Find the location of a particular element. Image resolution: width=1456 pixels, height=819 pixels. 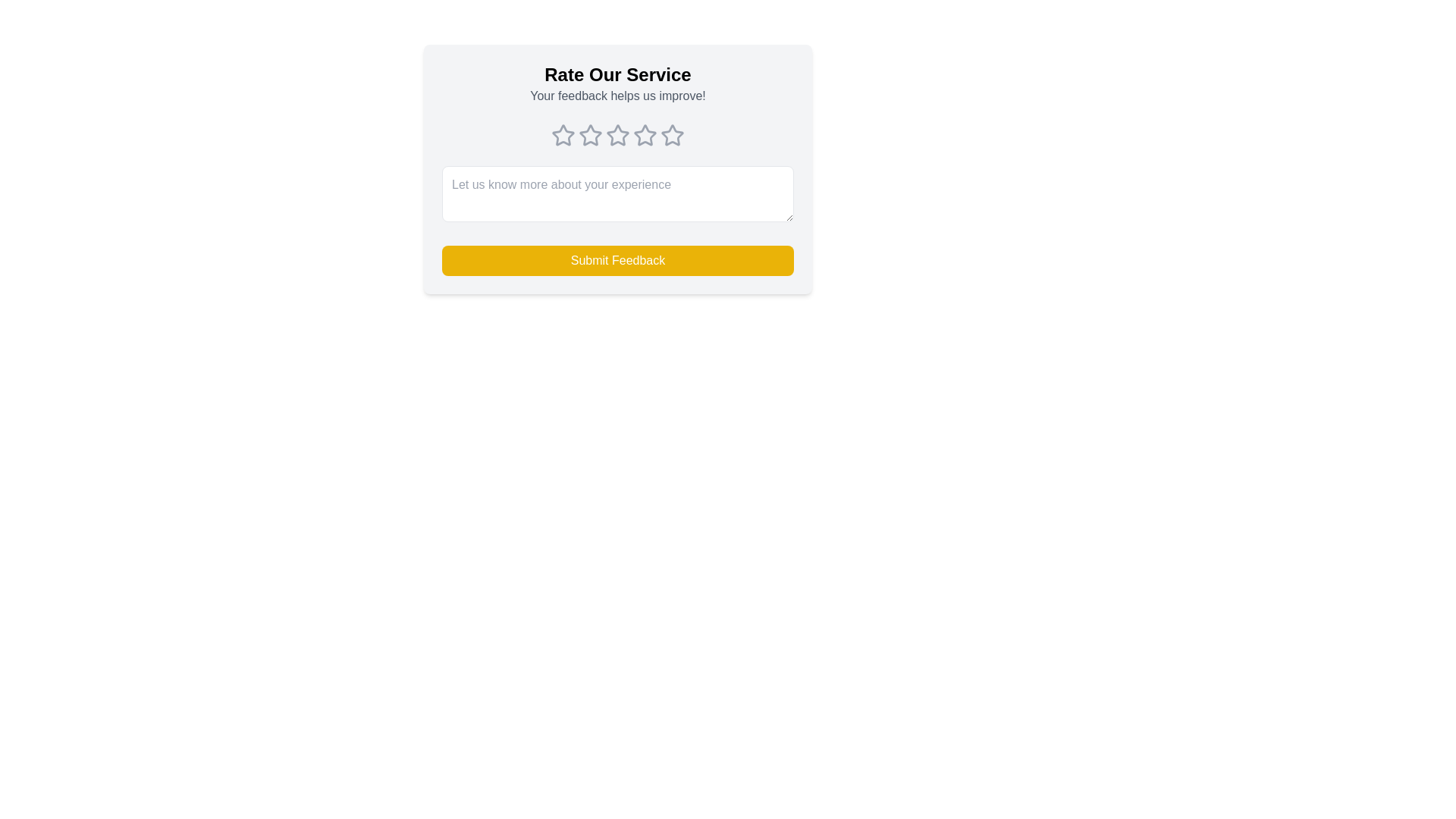

the star rating widget located beneath the 'Rate Our Service' heading is located at coordinates (618, 134).